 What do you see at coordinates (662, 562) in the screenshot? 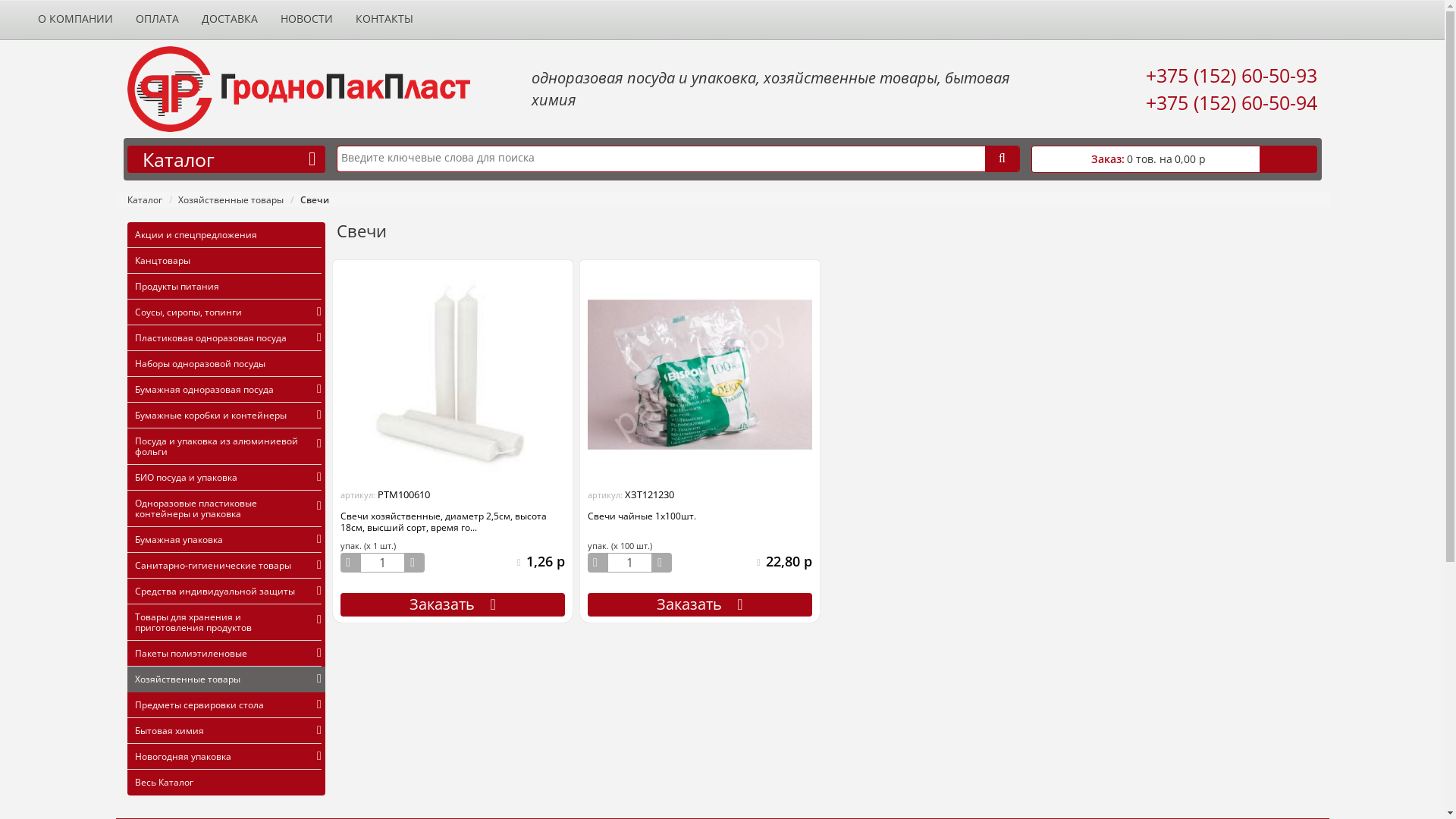
I see `'+'` at bounding box center [662, 562].